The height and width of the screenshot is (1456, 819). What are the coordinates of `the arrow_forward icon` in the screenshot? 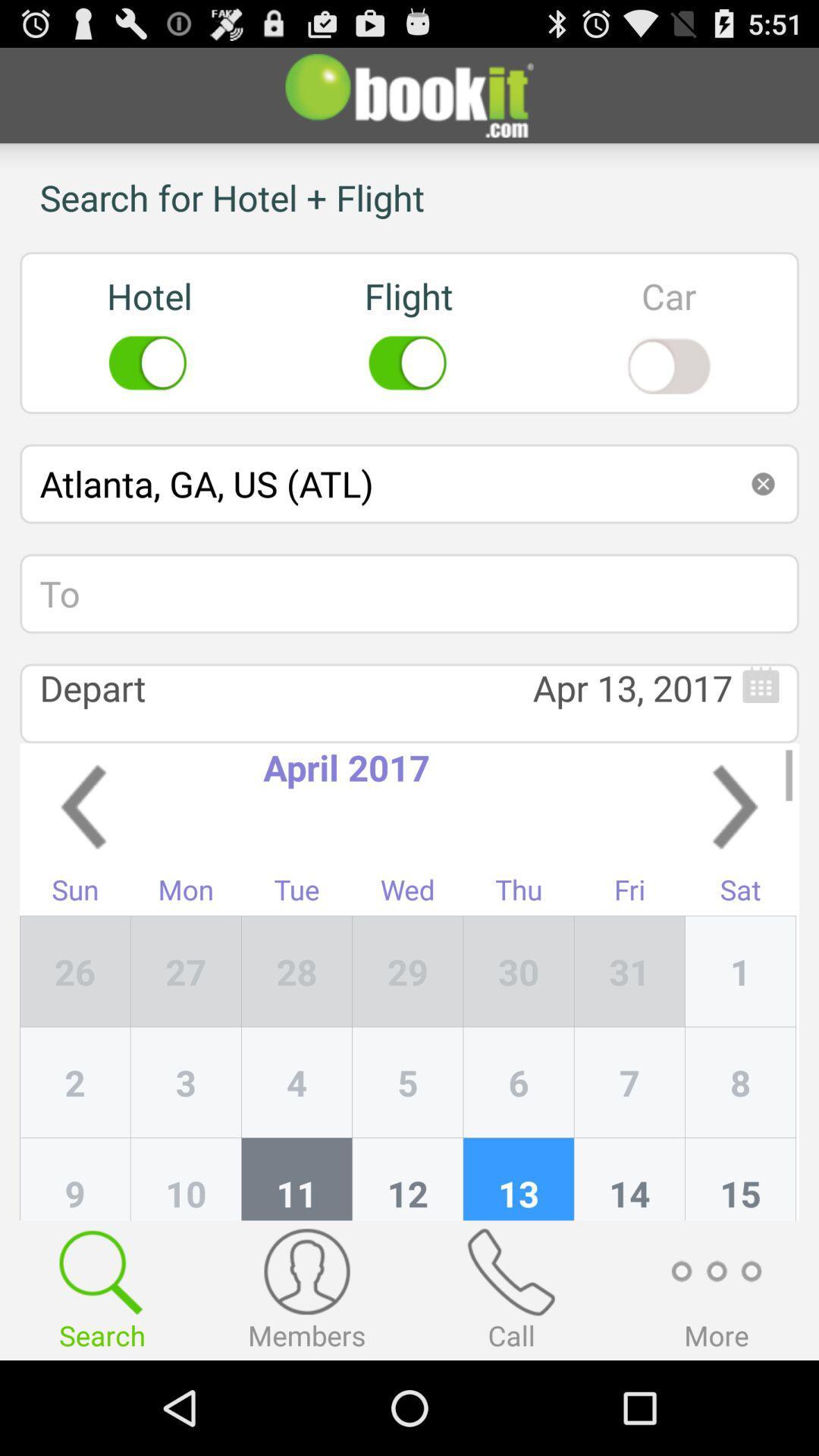 It's located at (734, 863).